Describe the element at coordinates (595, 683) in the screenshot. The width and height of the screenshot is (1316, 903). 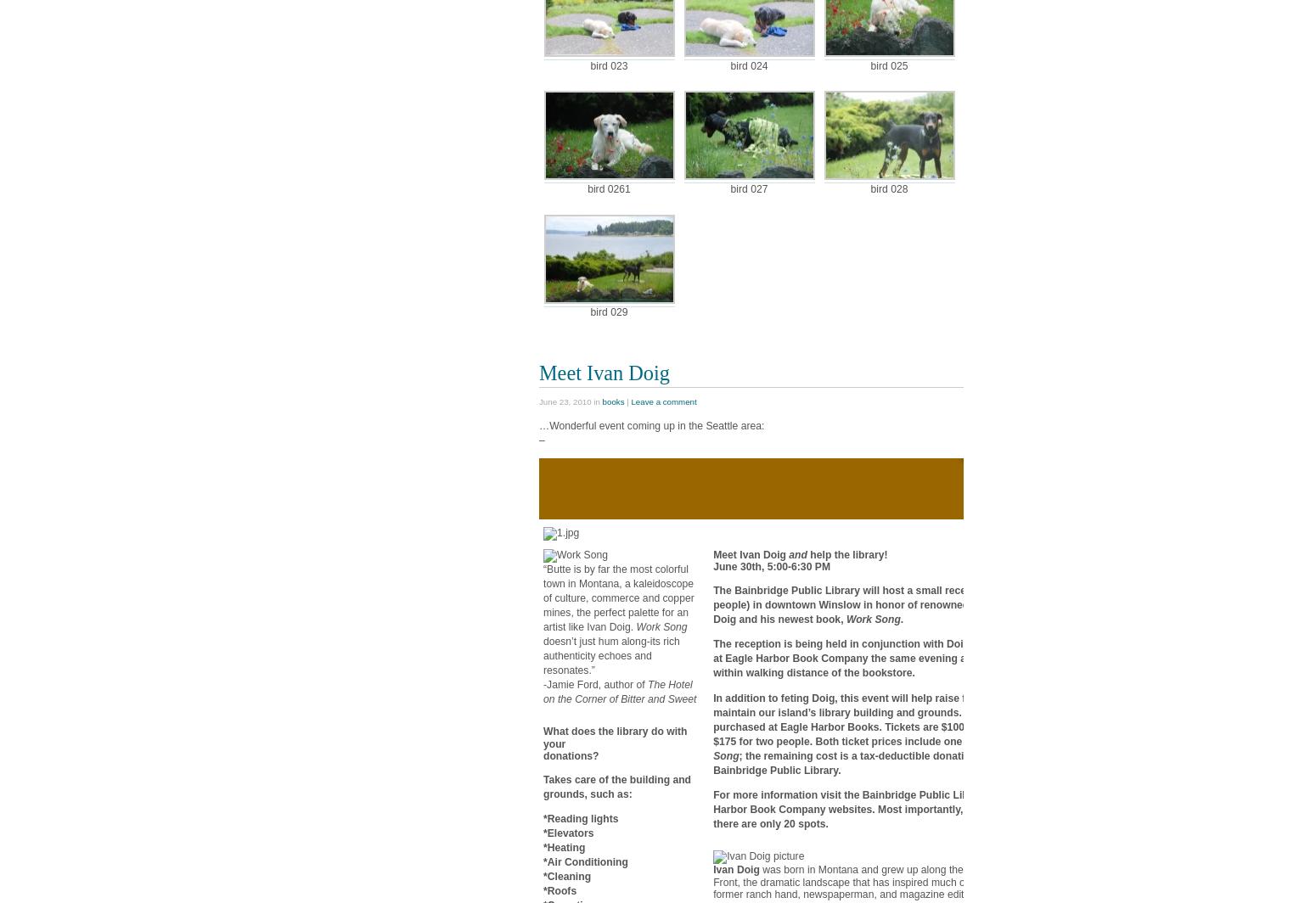
I see `'-Jamie Ford, author of'` at that location.